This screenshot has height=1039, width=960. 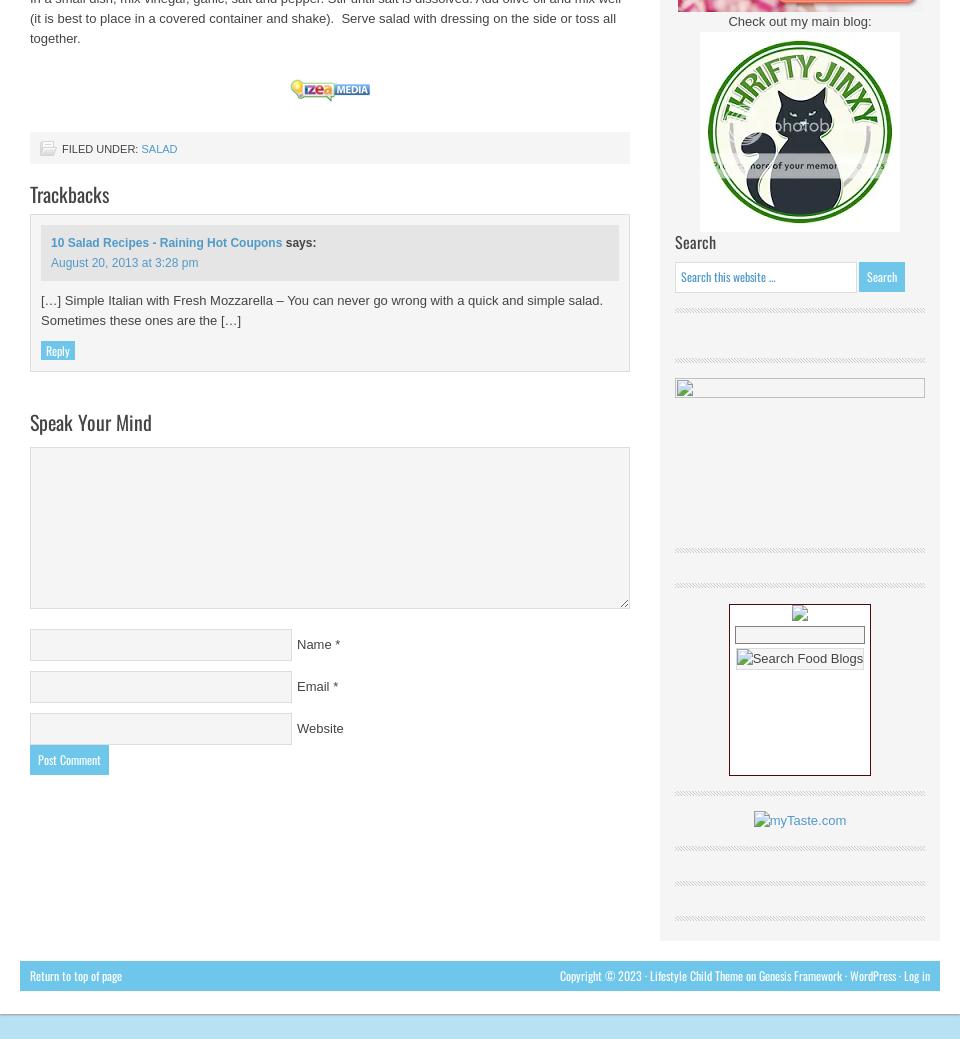 I want to click on 'Email', so click(x=312, y=686).